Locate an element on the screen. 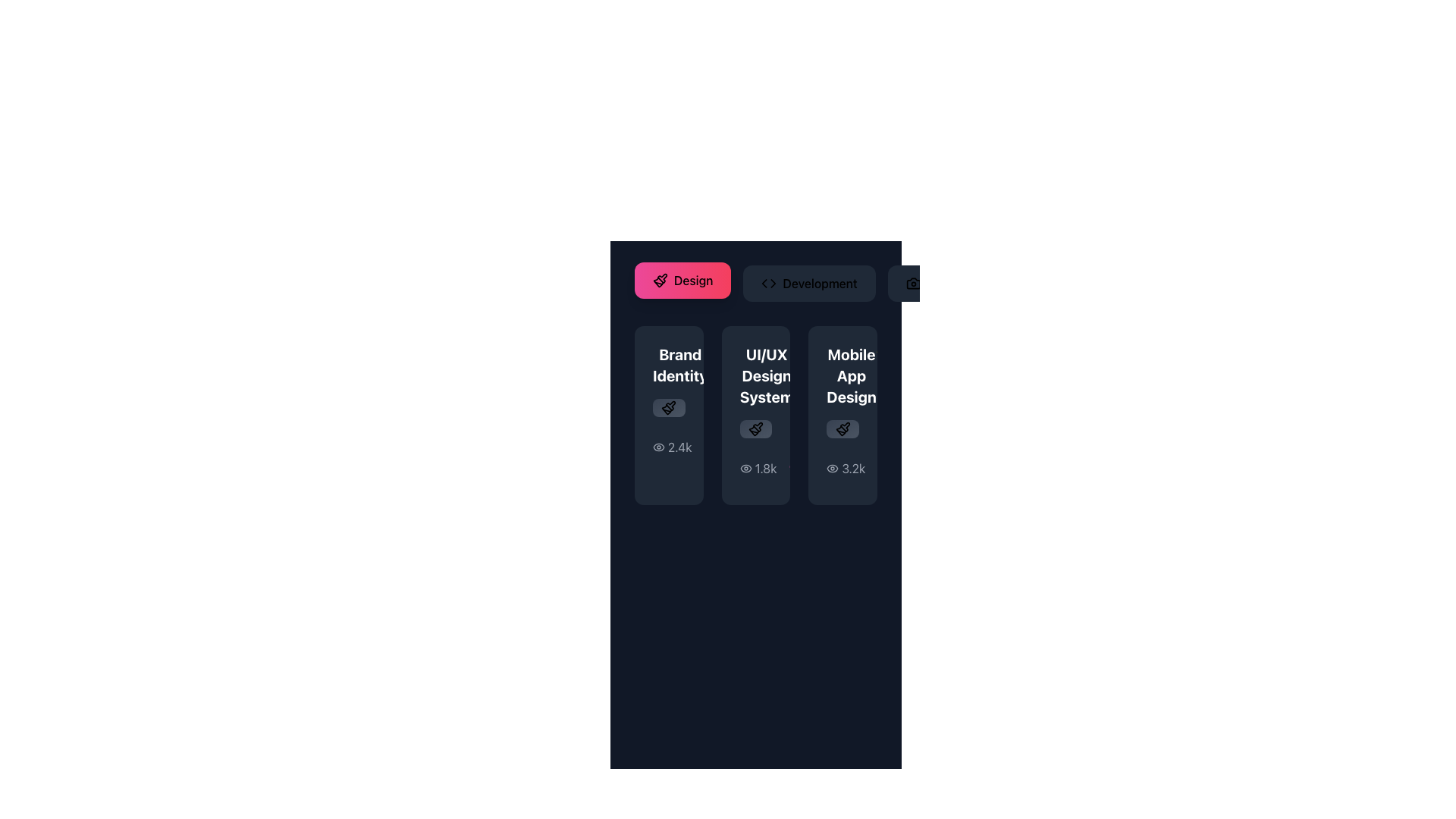 This screenshot has width=1456, height=819. the text label displaying '2.4k' adjacent to the eye icon, which signifies views or attention is located at coordinates (671, 447).